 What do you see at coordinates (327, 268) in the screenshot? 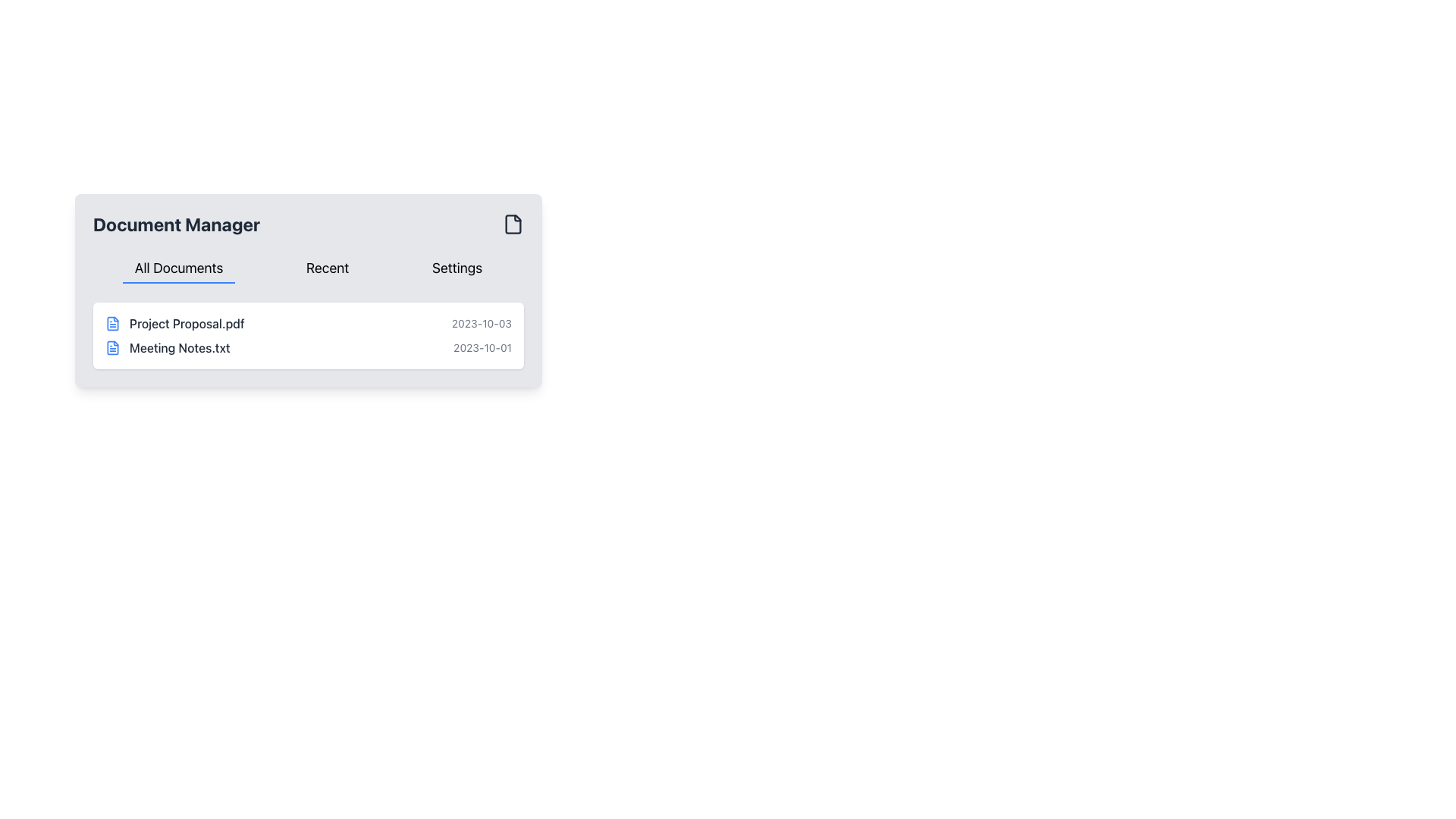
I see `the 'Recent' tab, which is the second tab in a horizontal menu located near the top of the card` at bounding box center [327, 268].